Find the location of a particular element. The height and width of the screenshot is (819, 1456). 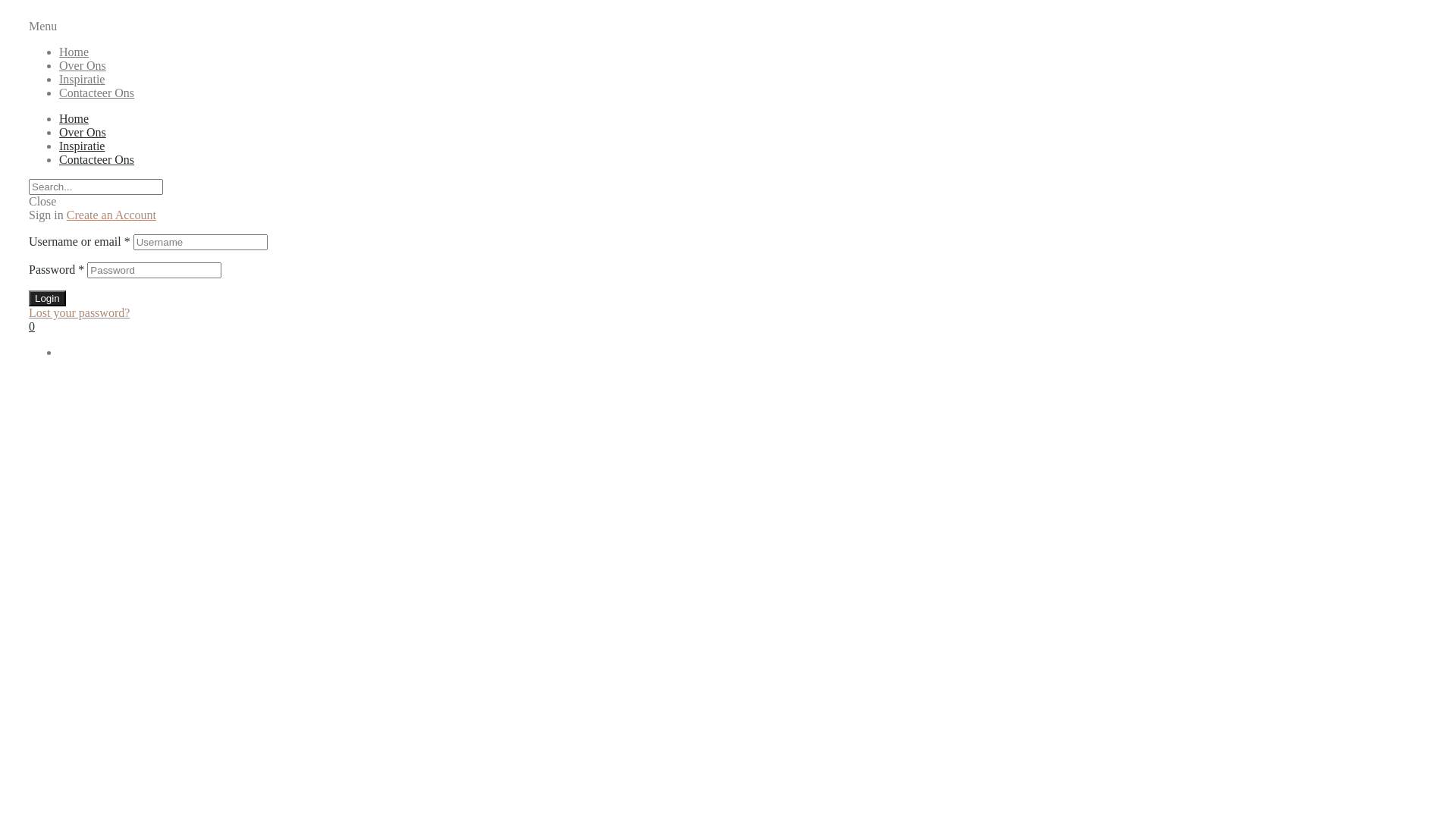

'Contacteer Ons' is located at coordinates (96, 159).